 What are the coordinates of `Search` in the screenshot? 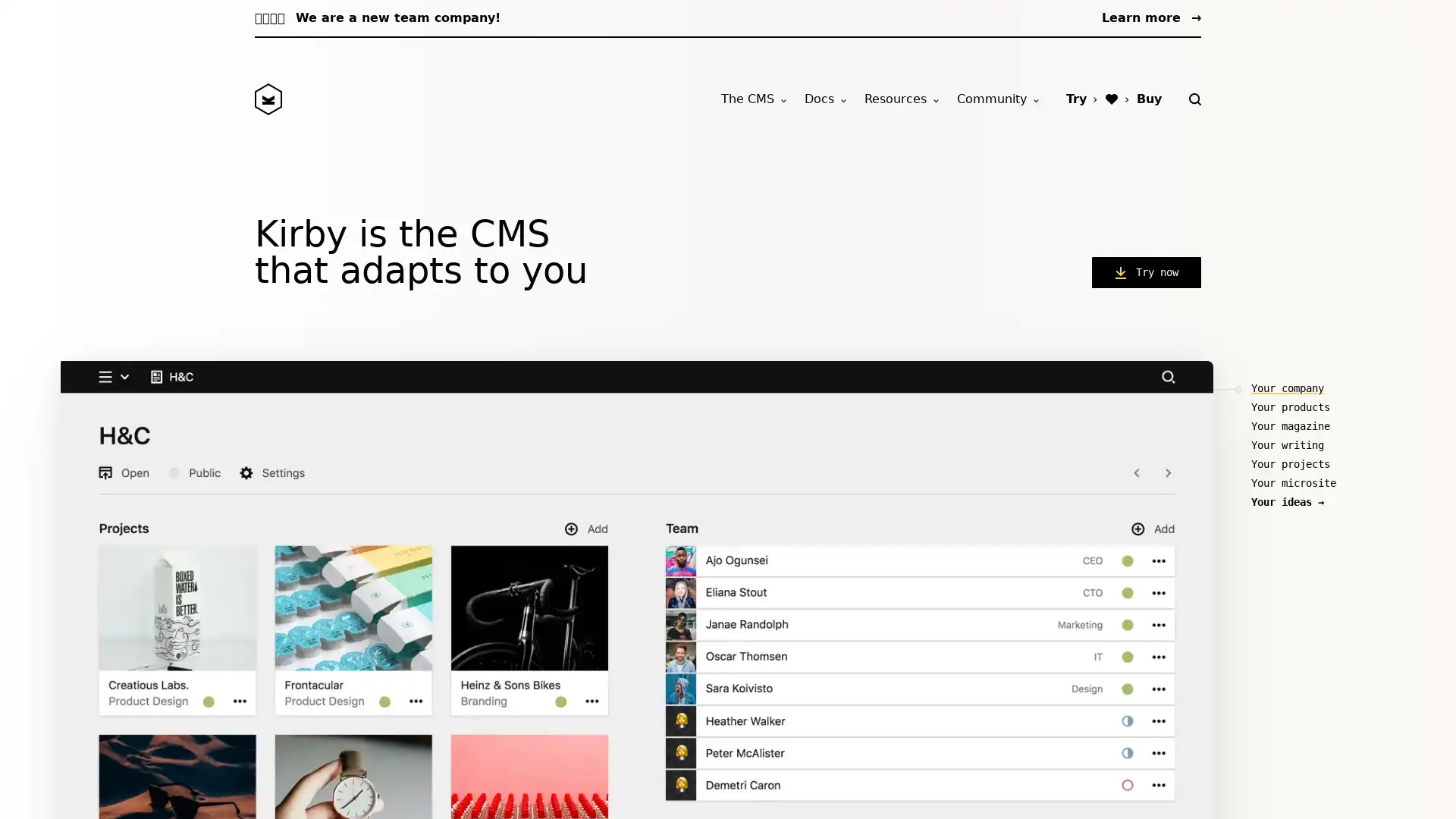 It's located at (1194, 99).